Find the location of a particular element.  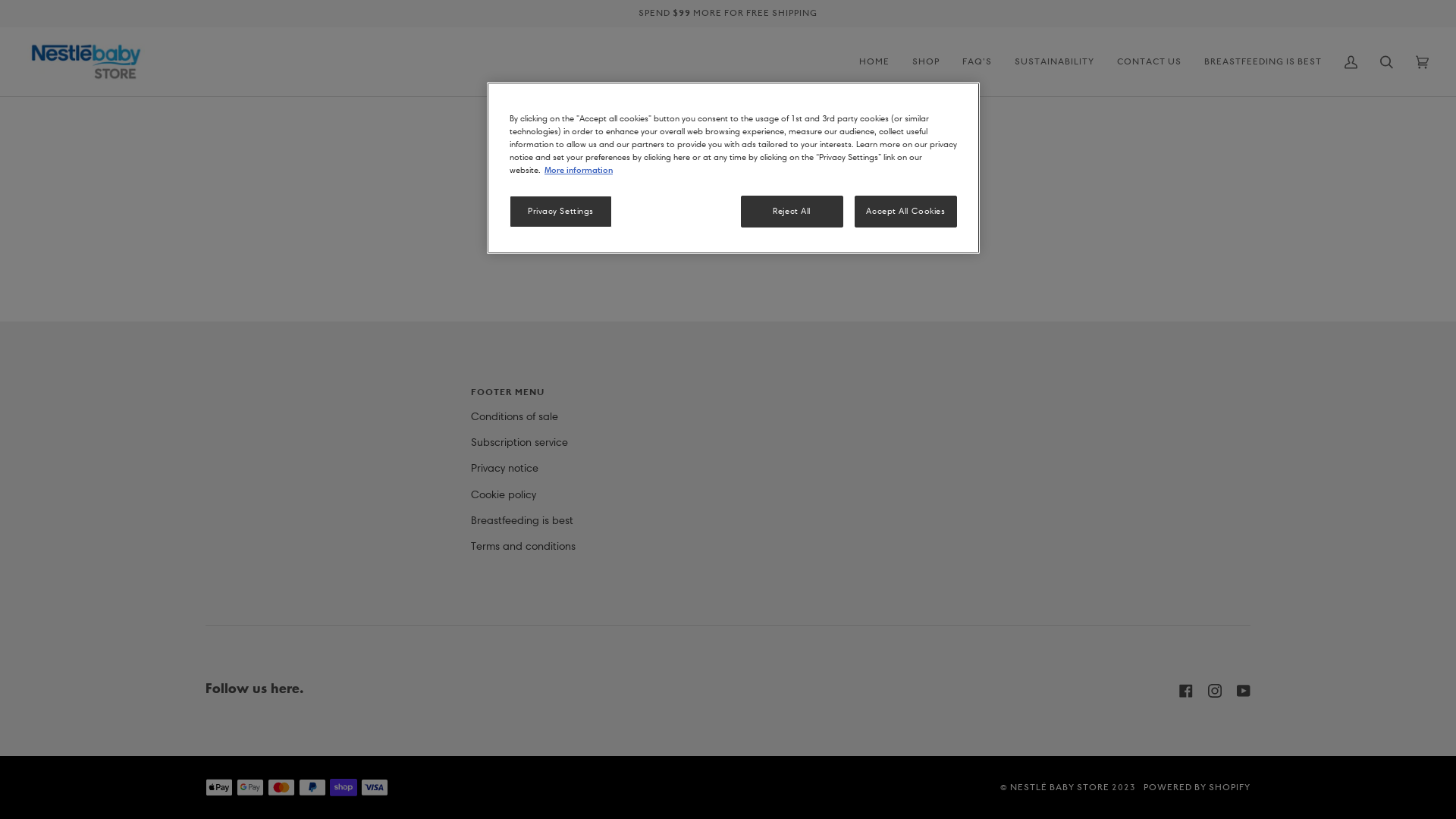

'Terms and conditions' is located at coordinates (522, 546).